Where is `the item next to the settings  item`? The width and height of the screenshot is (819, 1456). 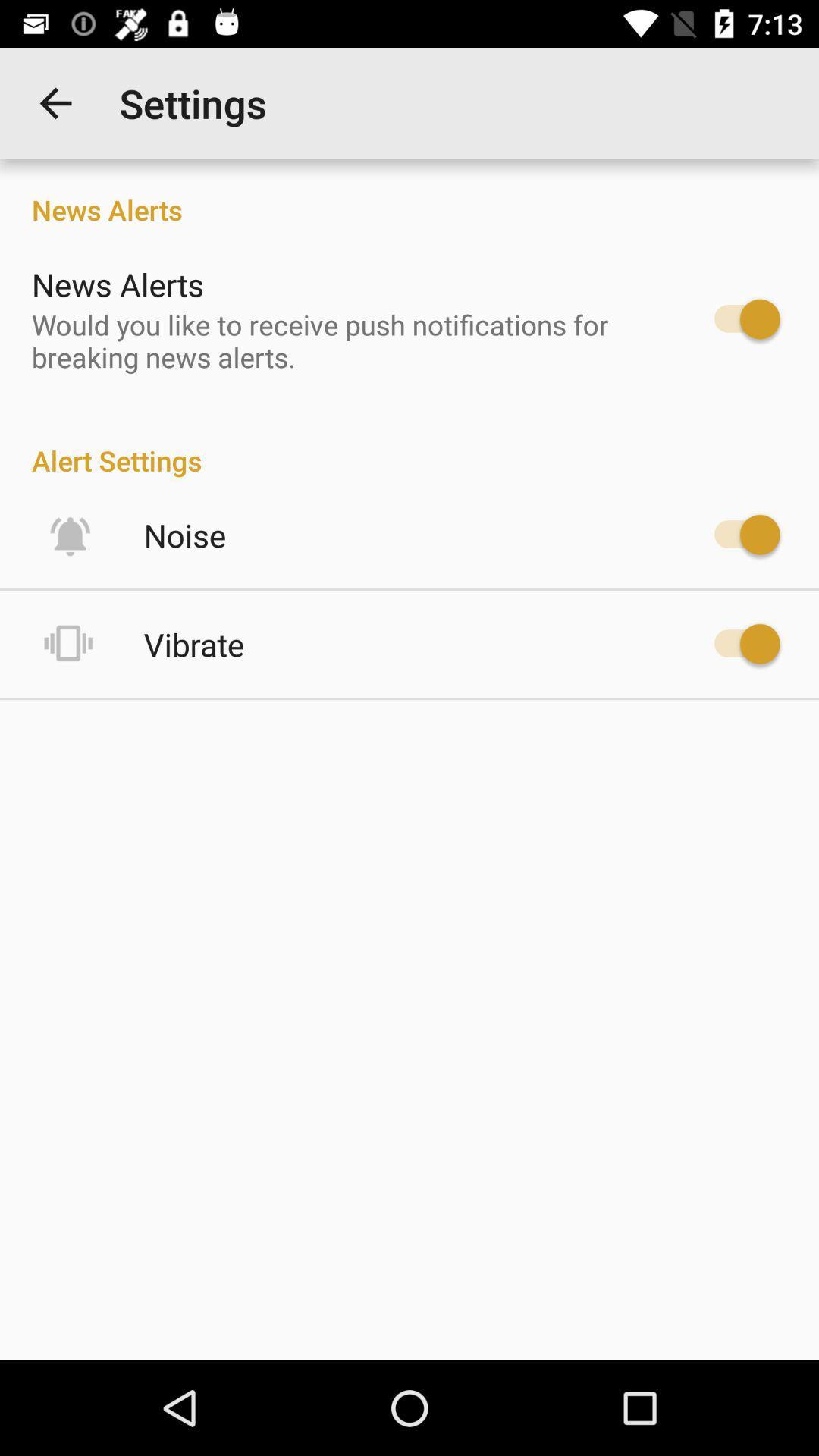 the item next to the settings  item is located at coordinates (55, 102).